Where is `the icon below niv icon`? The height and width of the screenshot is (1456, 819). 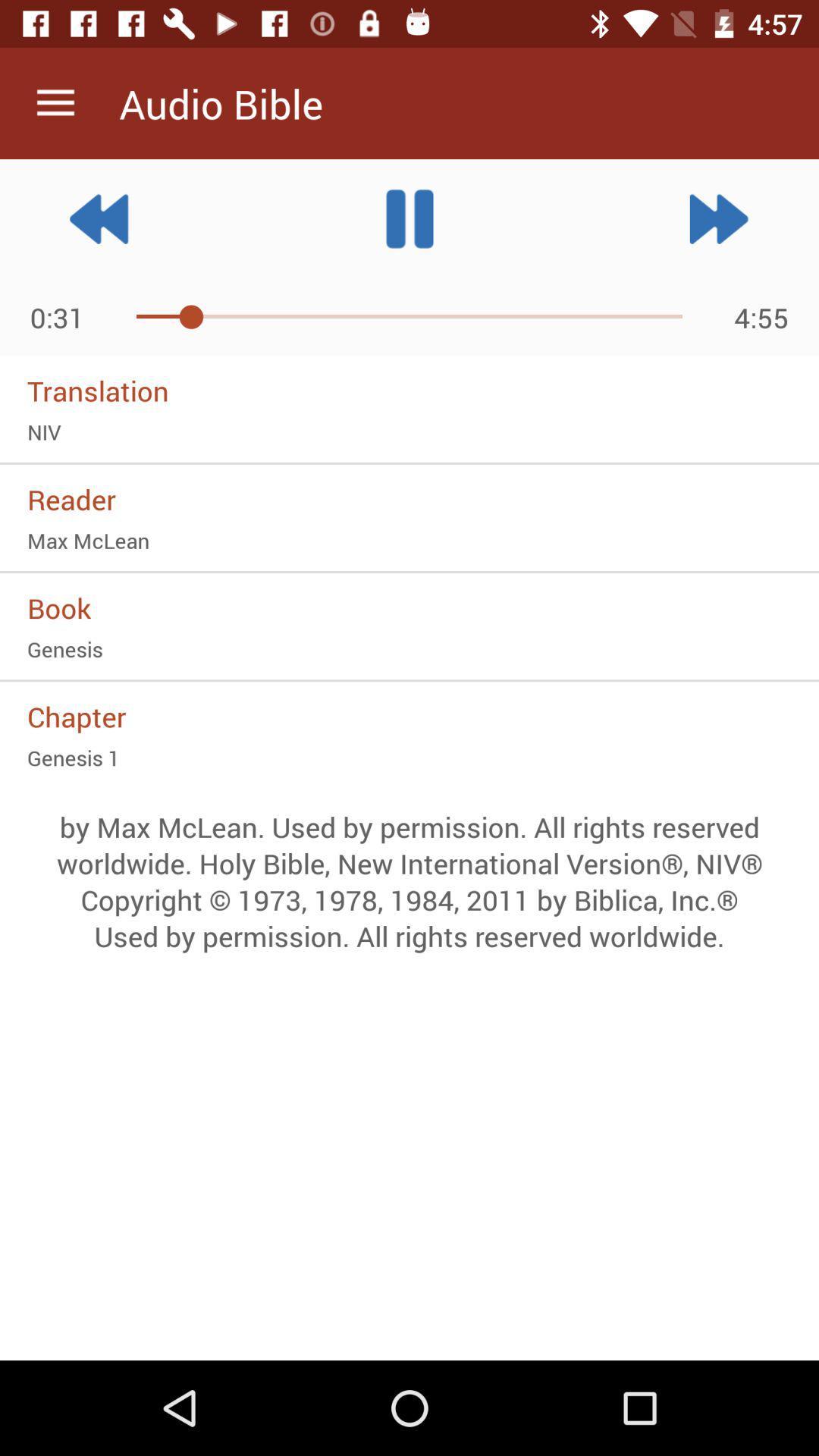
the icon below niv icon is located at coordinates (409, 499).